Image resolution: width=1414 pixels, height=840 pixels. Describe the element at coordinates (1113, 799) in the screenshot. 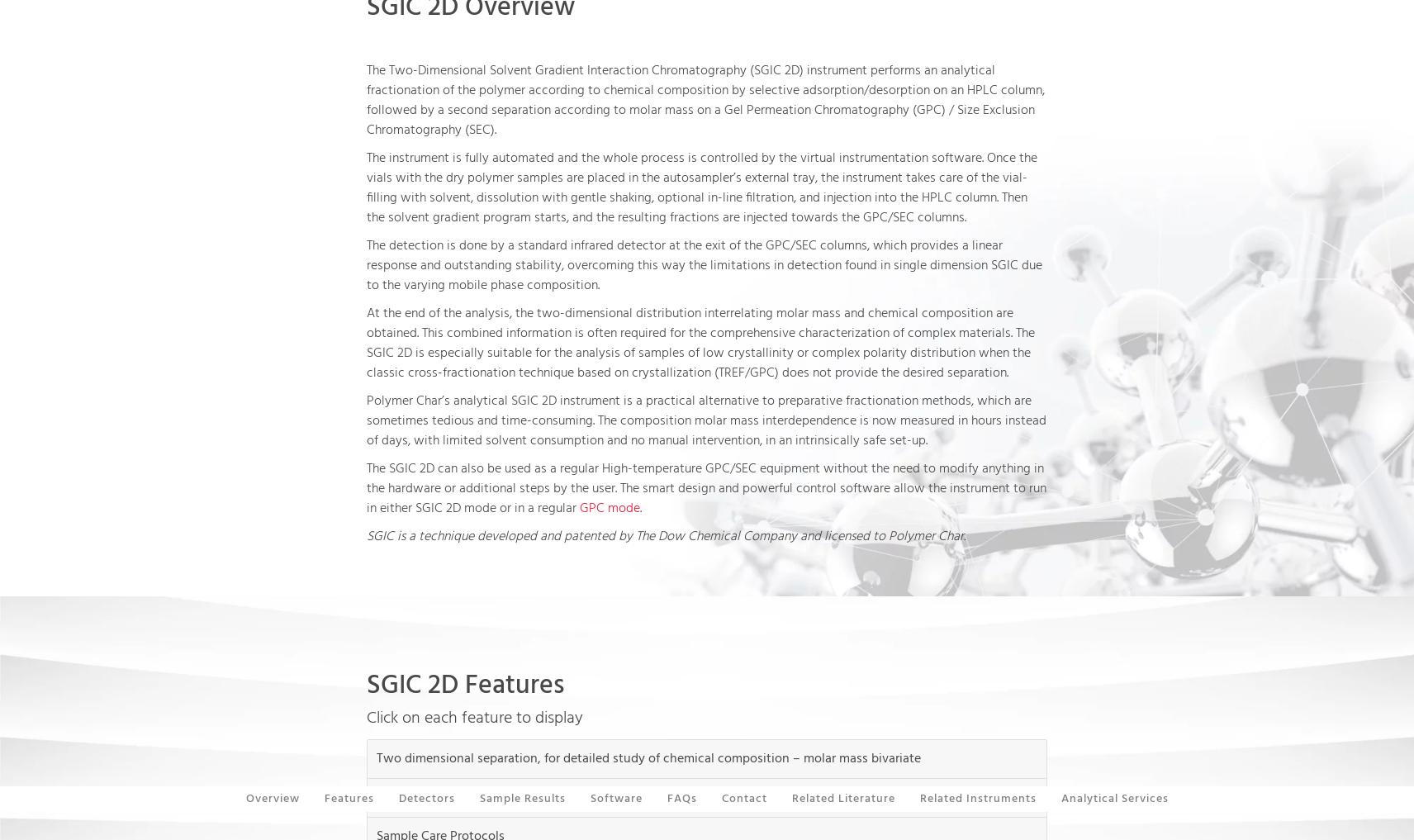

I see `'Analytical Services'` at that location.